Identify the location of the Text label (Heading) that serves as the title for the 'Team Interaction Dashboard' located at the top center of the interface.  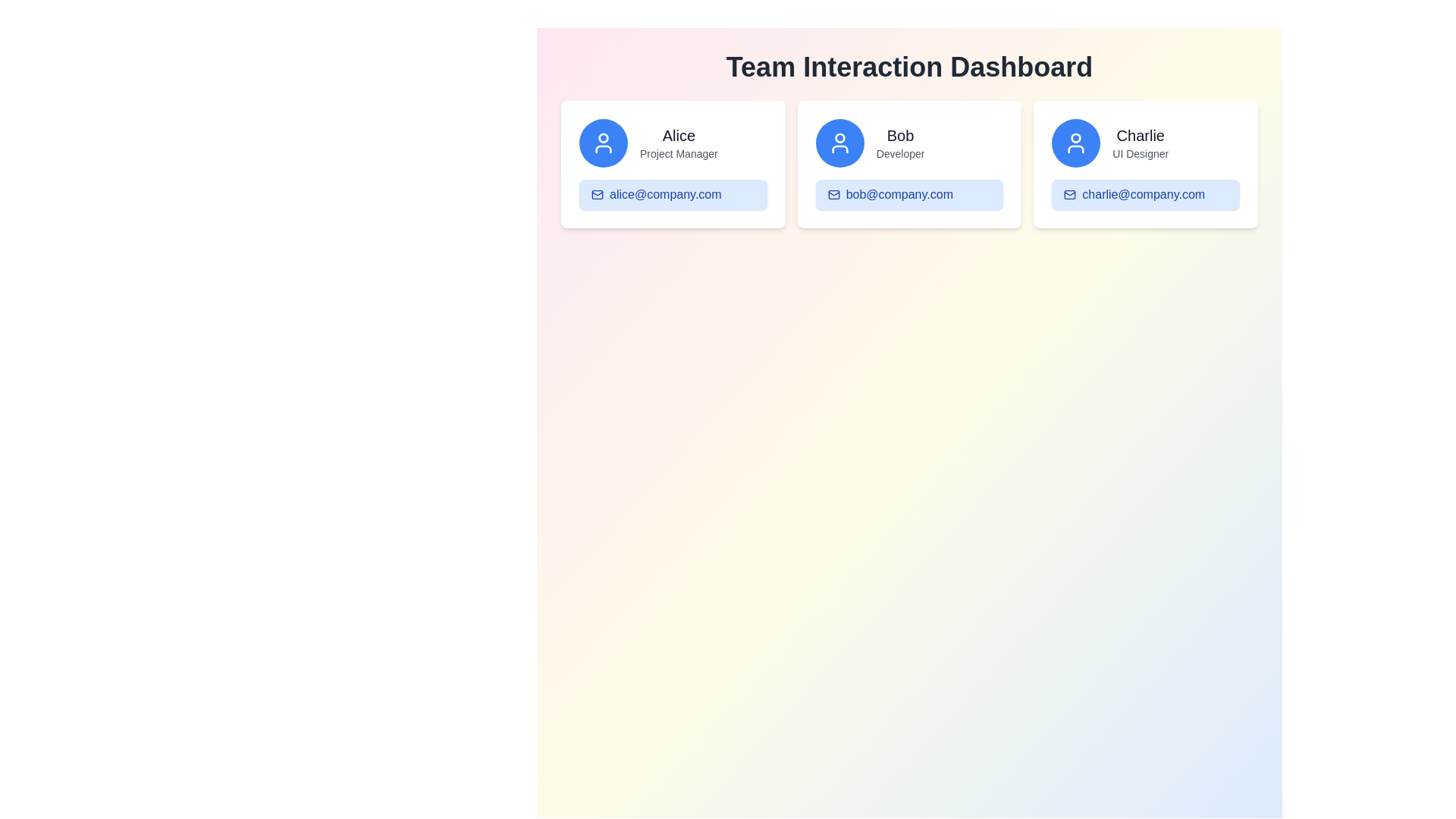
(909, 66).